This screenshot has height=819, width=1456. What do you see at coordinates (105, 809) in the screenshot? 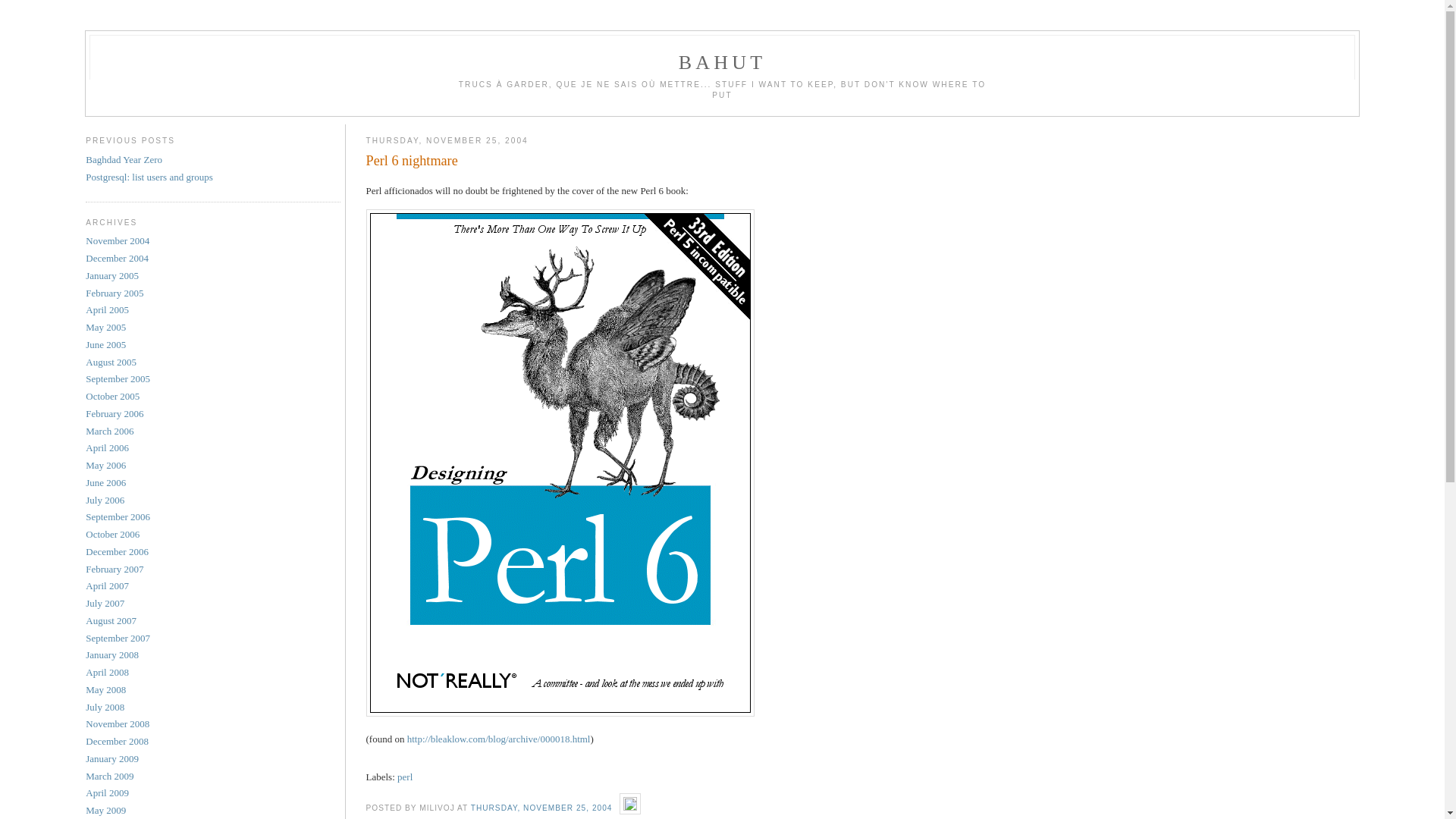
I see `'May 2009'` at bounding box center [105, 809].